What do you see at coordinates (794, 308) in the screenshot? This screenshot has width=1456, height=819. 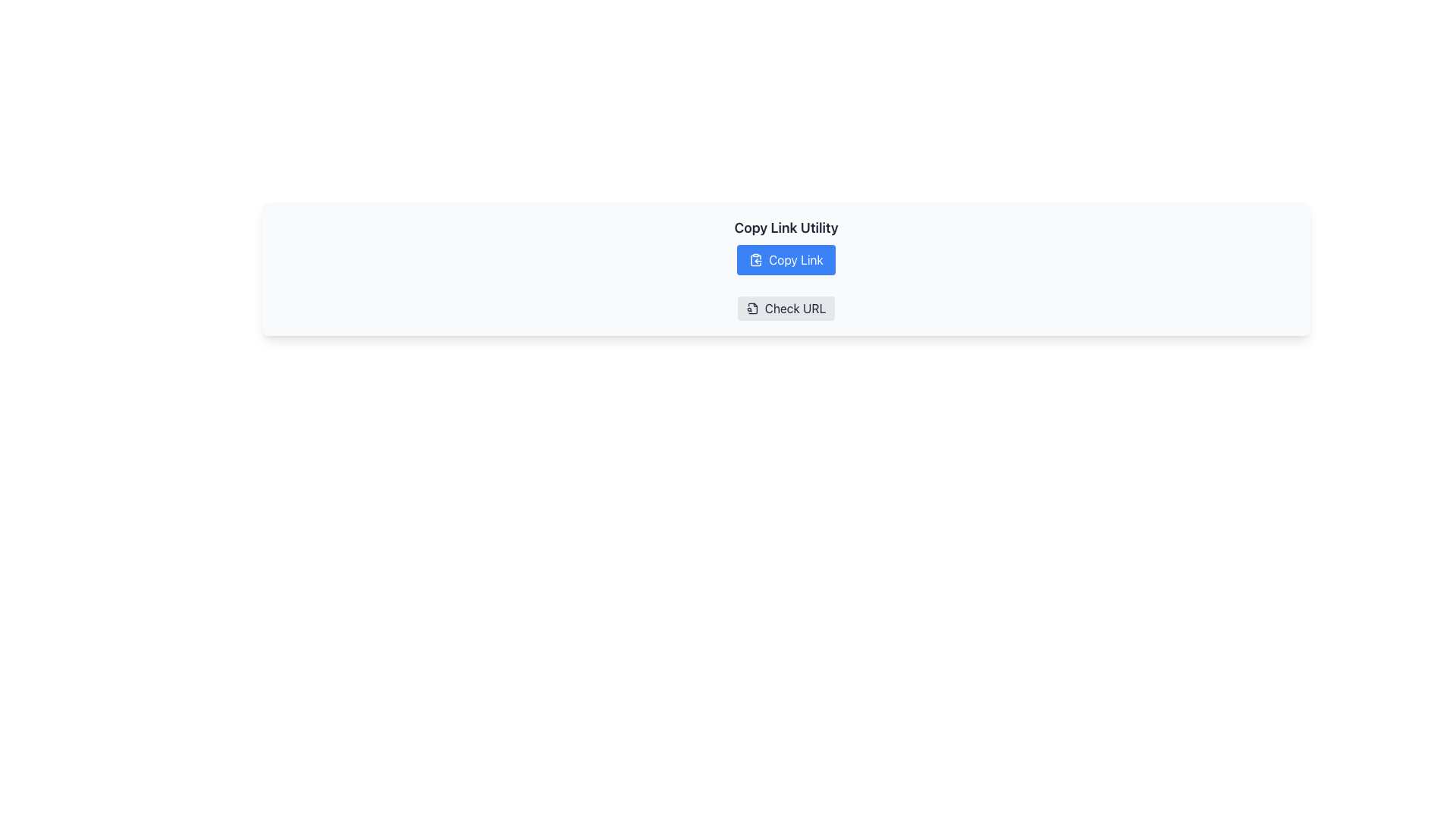 I see `the text label indicating the action of checking a URL, which is located to the right of an adjacent icon and below the 'Copy Link' button` at bounding box center [794, 308].